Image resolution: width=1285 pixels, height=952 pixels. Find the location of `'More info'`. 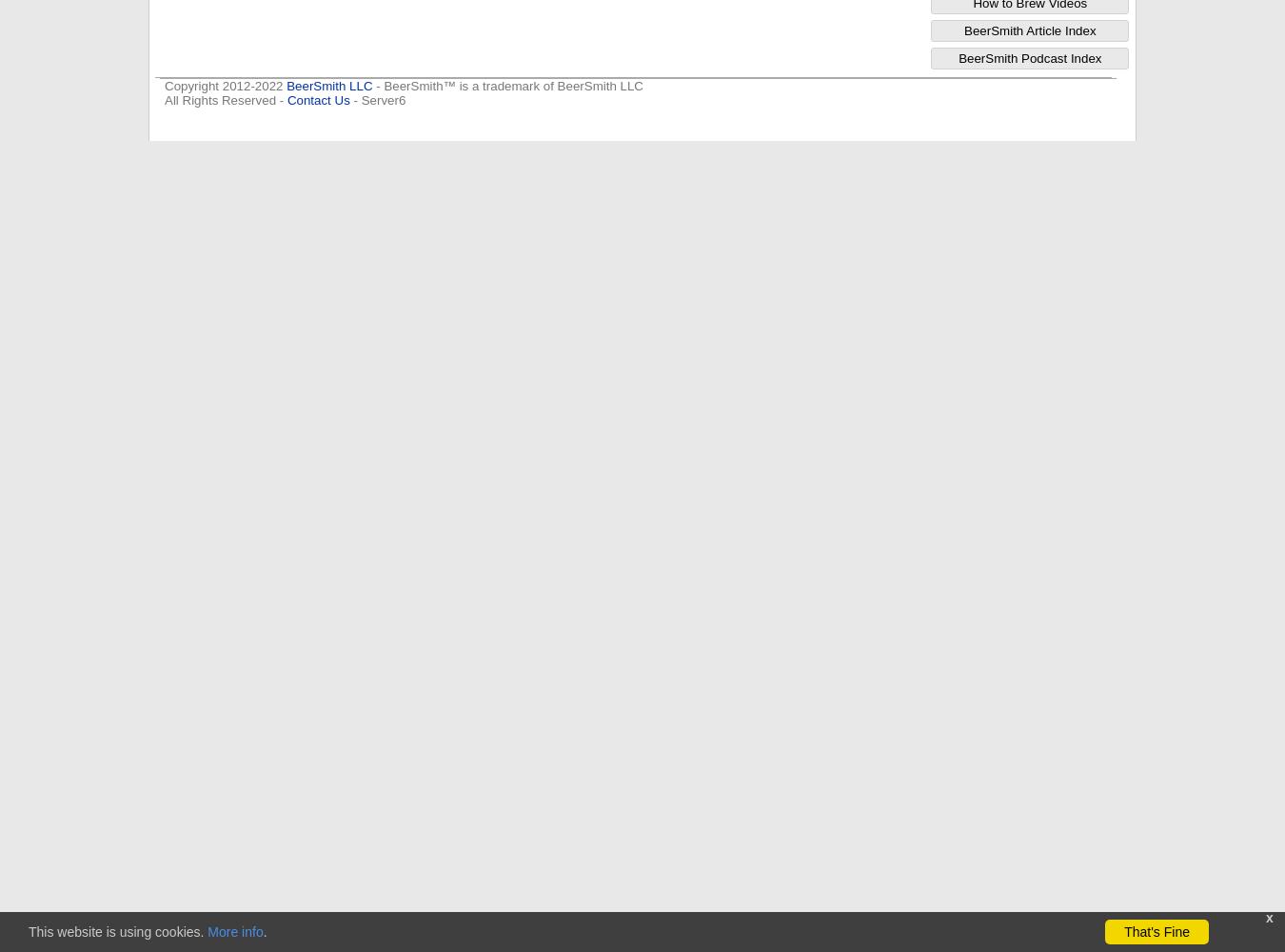

'More info' is located at coordinates (234, 931).